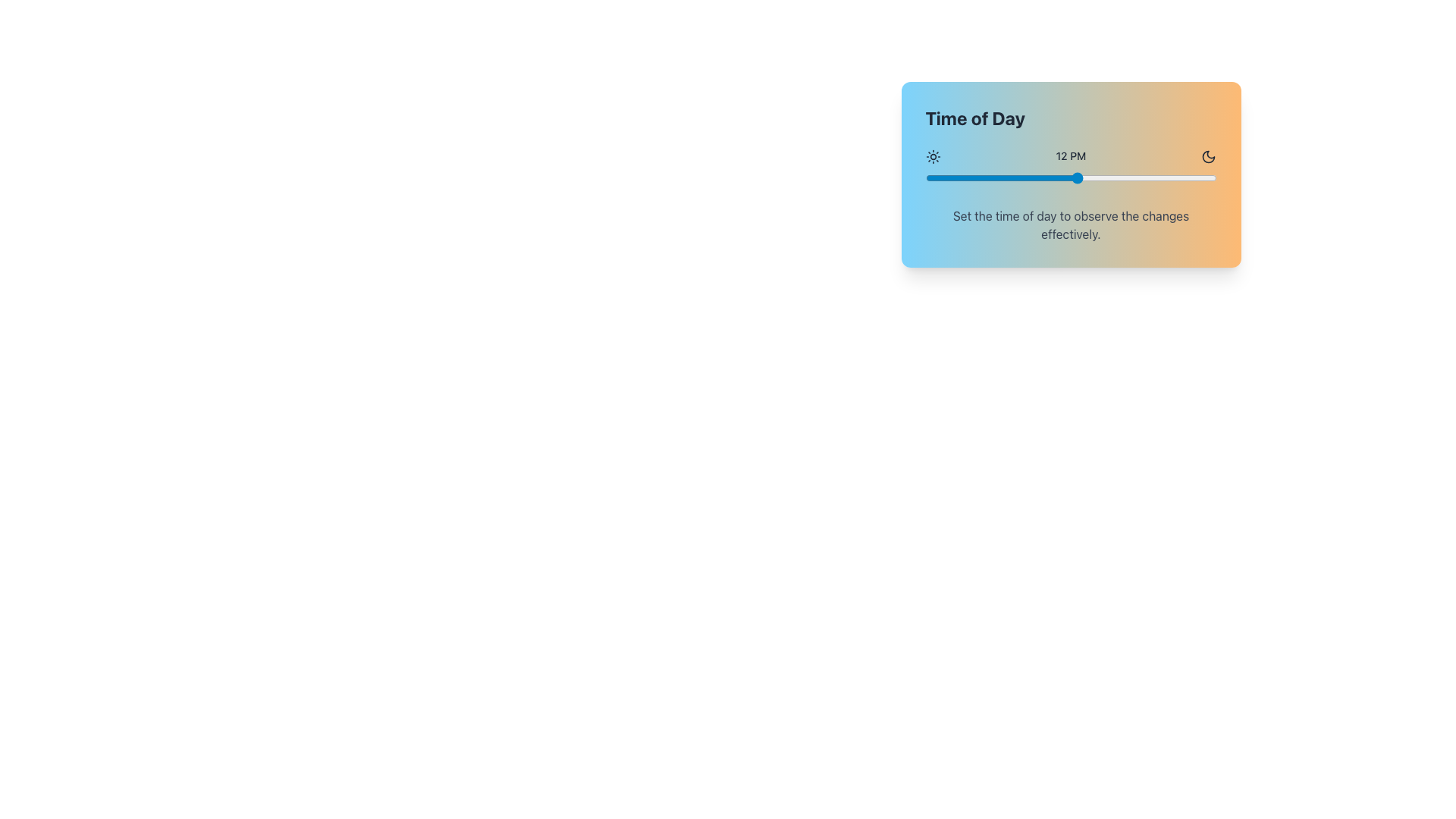 The width and height of the screenshot is (1456, 819). What do you see at coordinates (1208, 156) in the screenshot?
I see `the nighttime mode toggle icon located at the far right of the control panel` at bounding box center [1208, 156].